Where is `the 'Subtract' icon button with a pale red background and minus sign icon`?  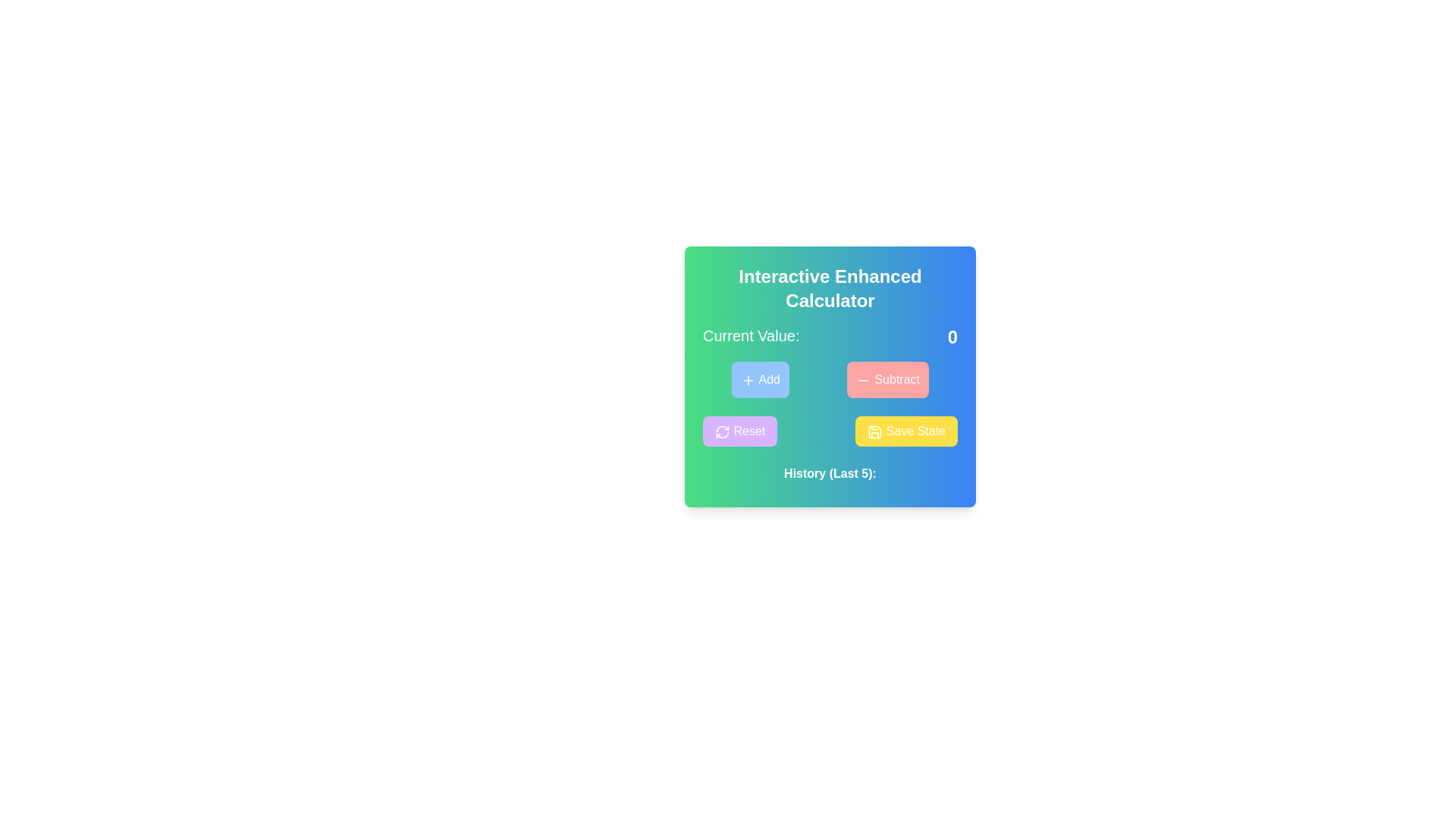
the 'Subtract' icon button with a pale red background and minus sign icon is located at coordinates (863, 379).